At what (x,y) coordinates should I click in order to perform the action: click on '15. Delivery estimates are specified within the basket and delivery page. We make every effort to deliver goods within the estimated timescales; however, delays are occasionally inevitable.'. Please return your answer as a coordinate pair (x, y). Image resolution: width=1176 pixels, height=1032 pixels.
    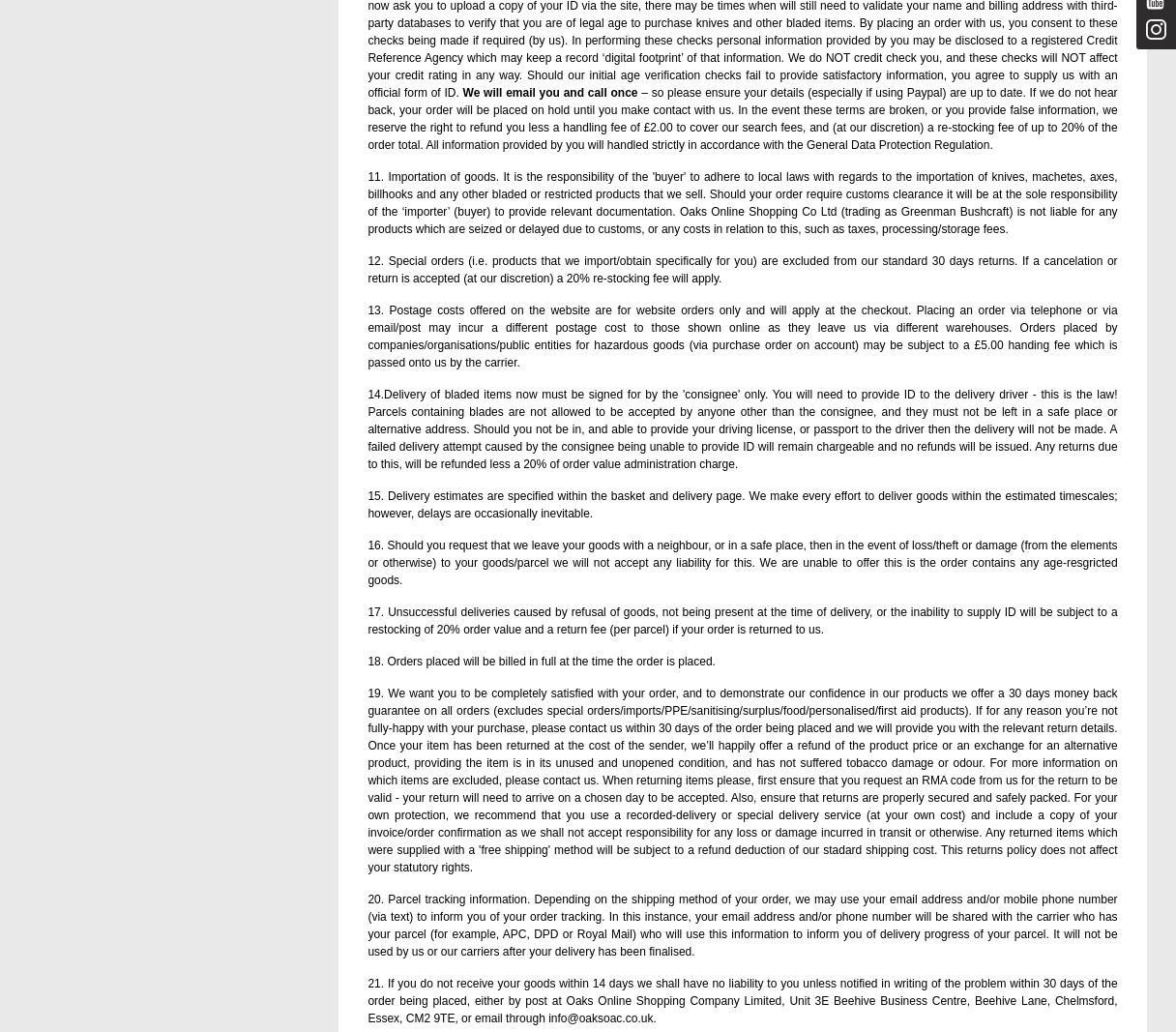
    Looking at the image, I should click on (367, 503).